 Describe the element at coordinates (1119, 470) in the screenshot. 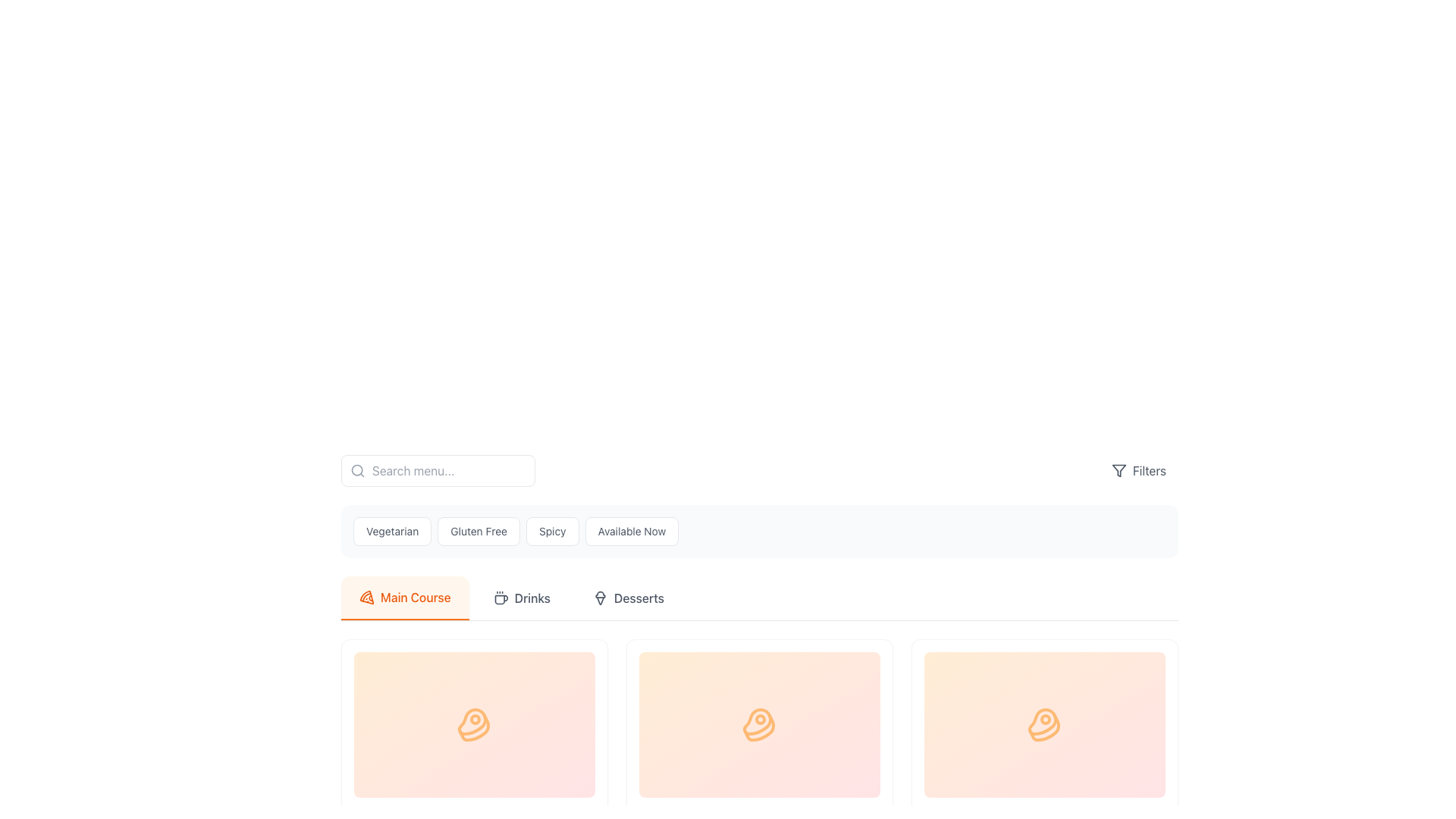

I see `the triangular-shaped filter icon located at the top-right corner of the interface` at that location.